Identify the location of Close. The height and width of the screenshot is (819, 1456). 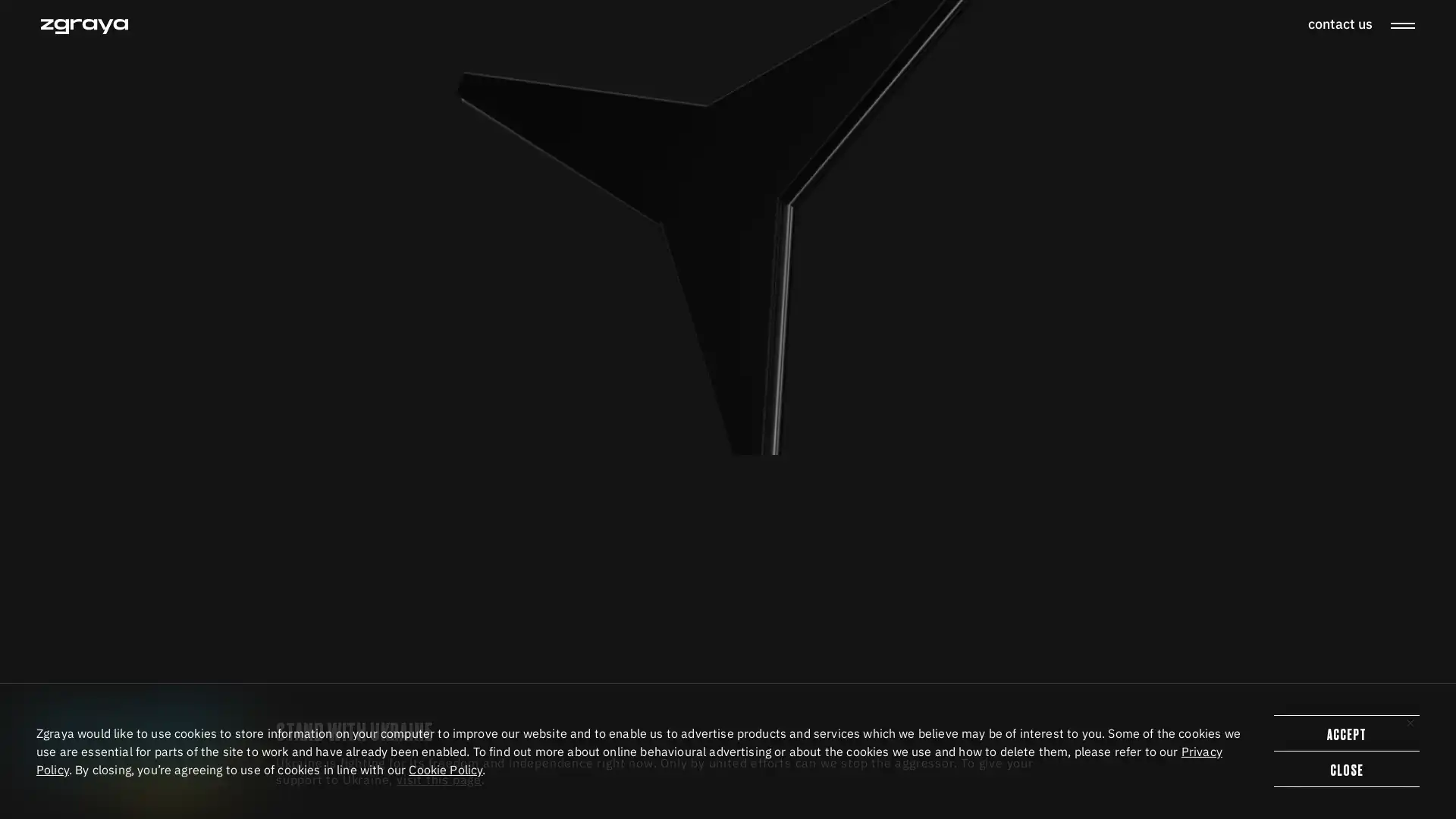
(1410, 721).